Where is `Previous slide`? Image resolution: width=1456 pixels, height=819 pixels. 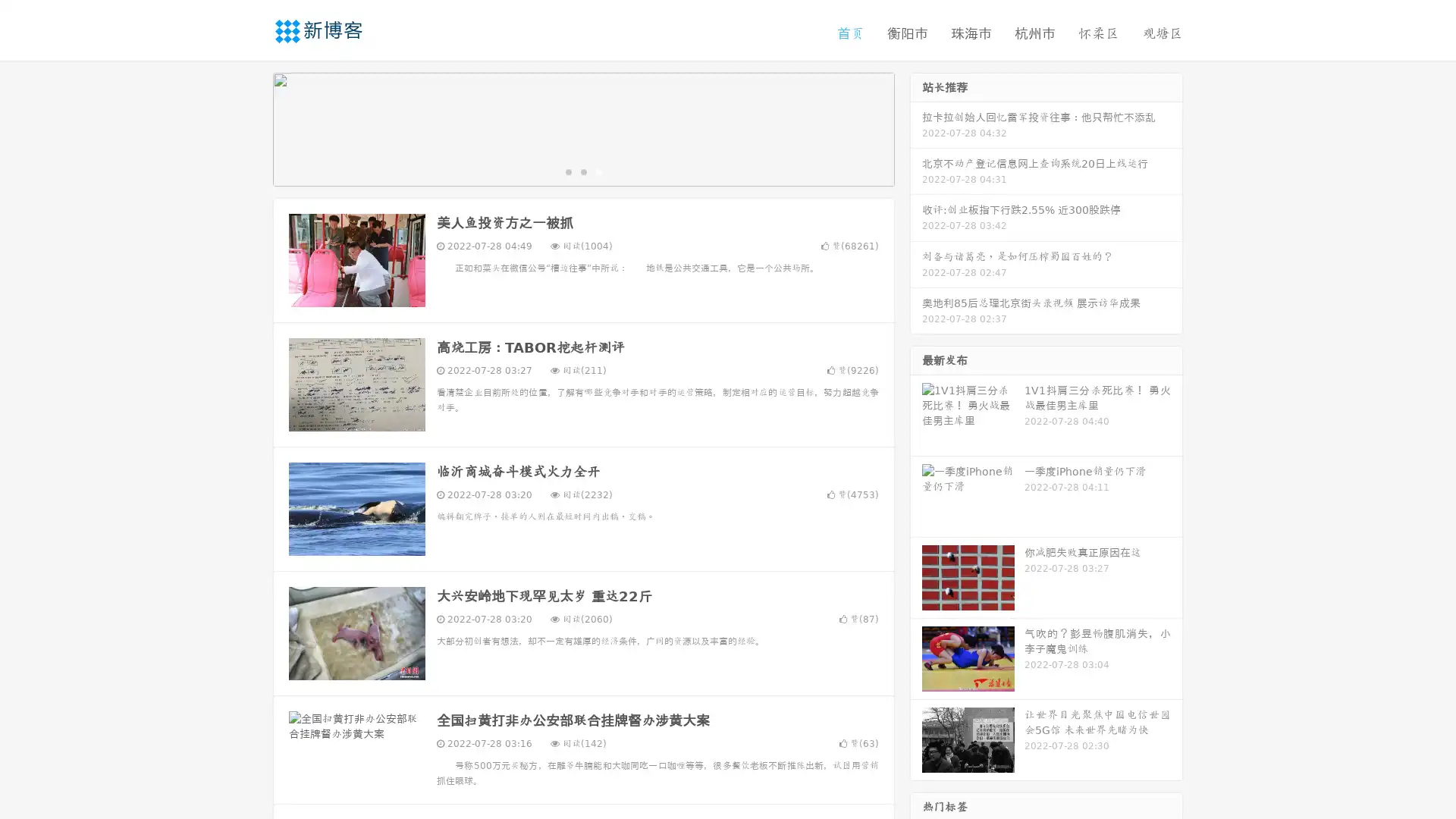
Previous slide is located at coordinates (250, 127).